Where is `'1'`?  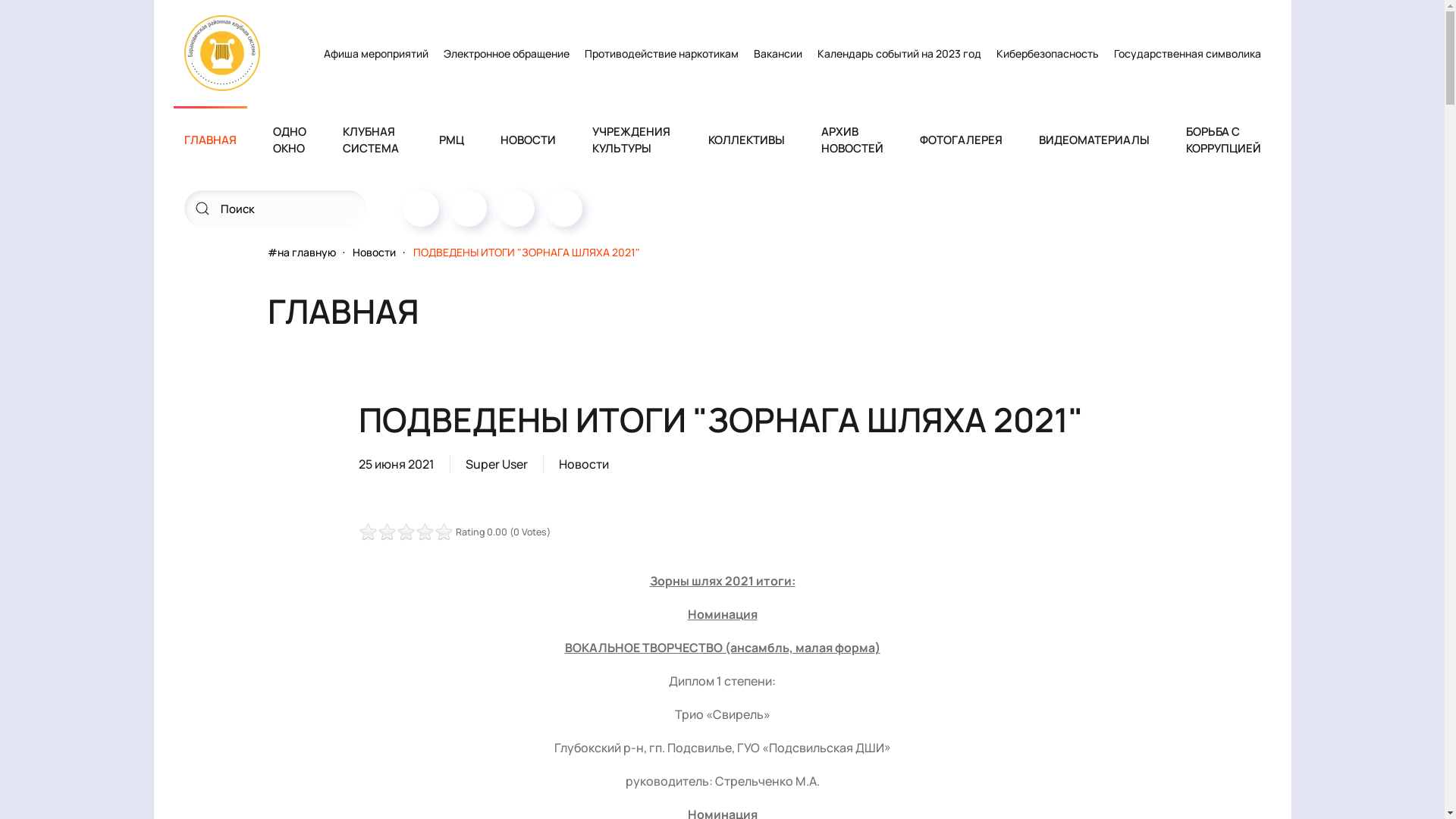 '1' is located at coordinates (356, 531).